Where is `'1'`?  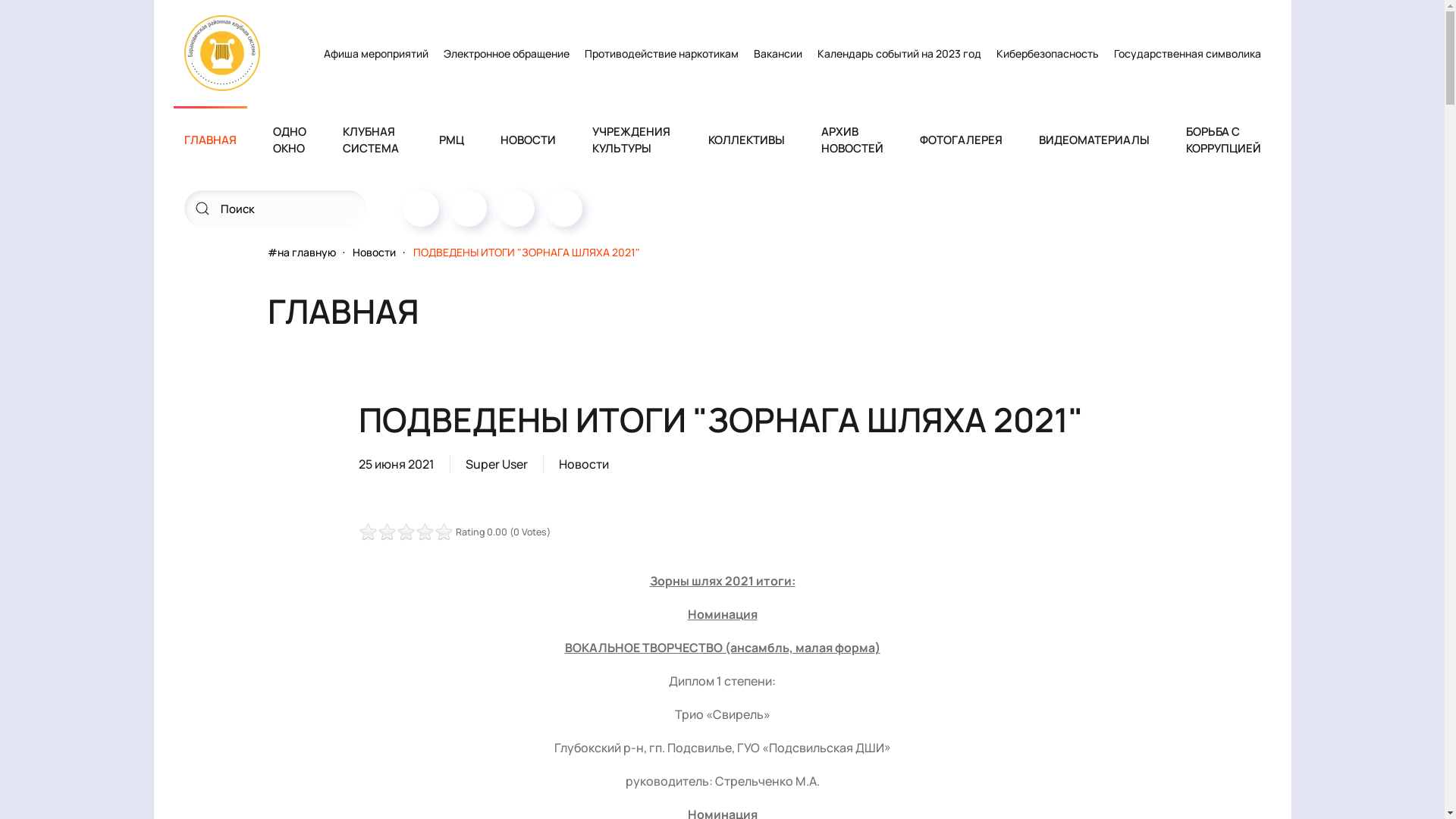 '1' is located at coordinates (356, 531).